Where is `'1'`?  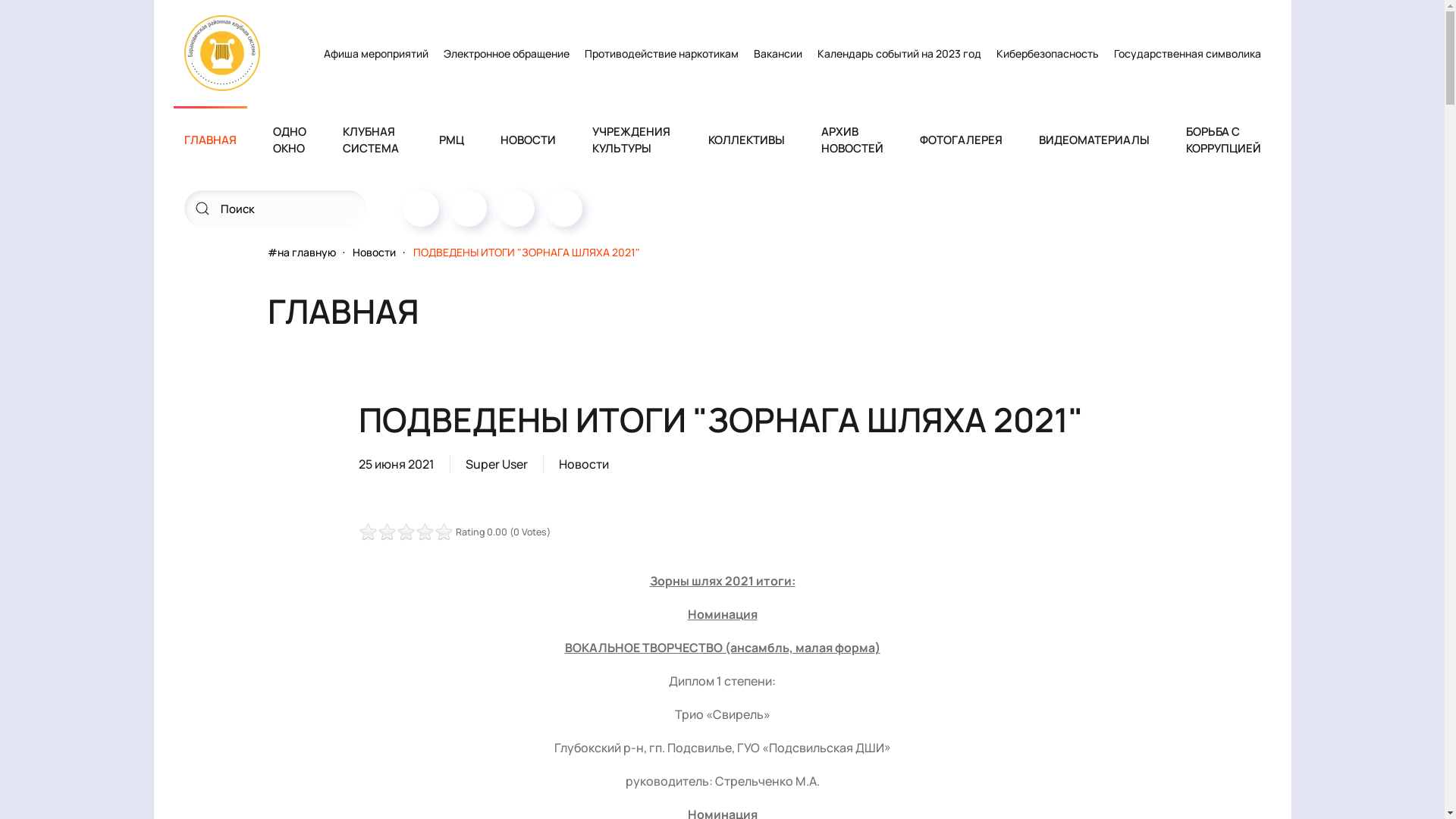 '1' is located at coordinates (356, 531).